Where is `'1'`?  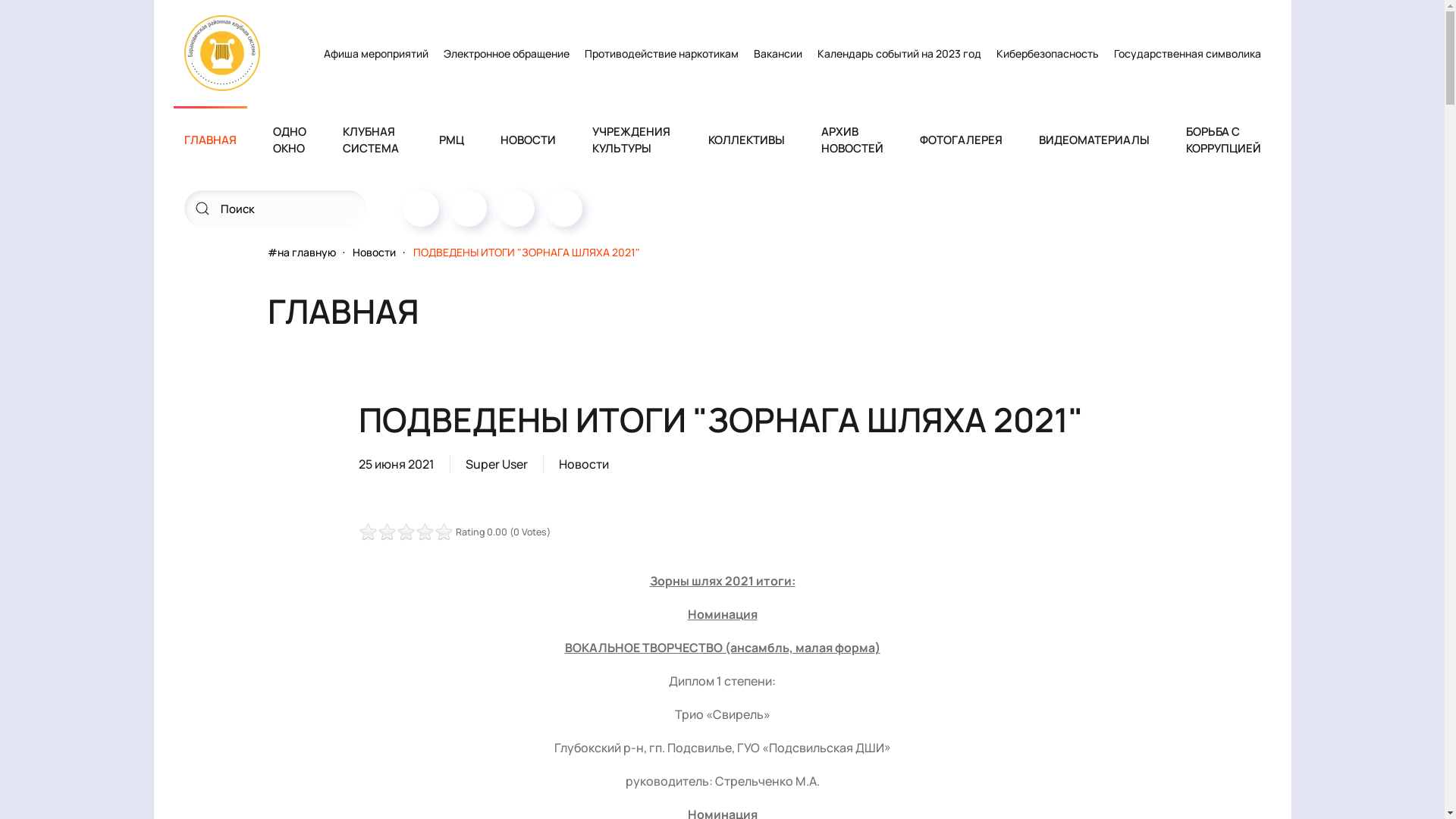 '1' is located at coordinates (356, 531).